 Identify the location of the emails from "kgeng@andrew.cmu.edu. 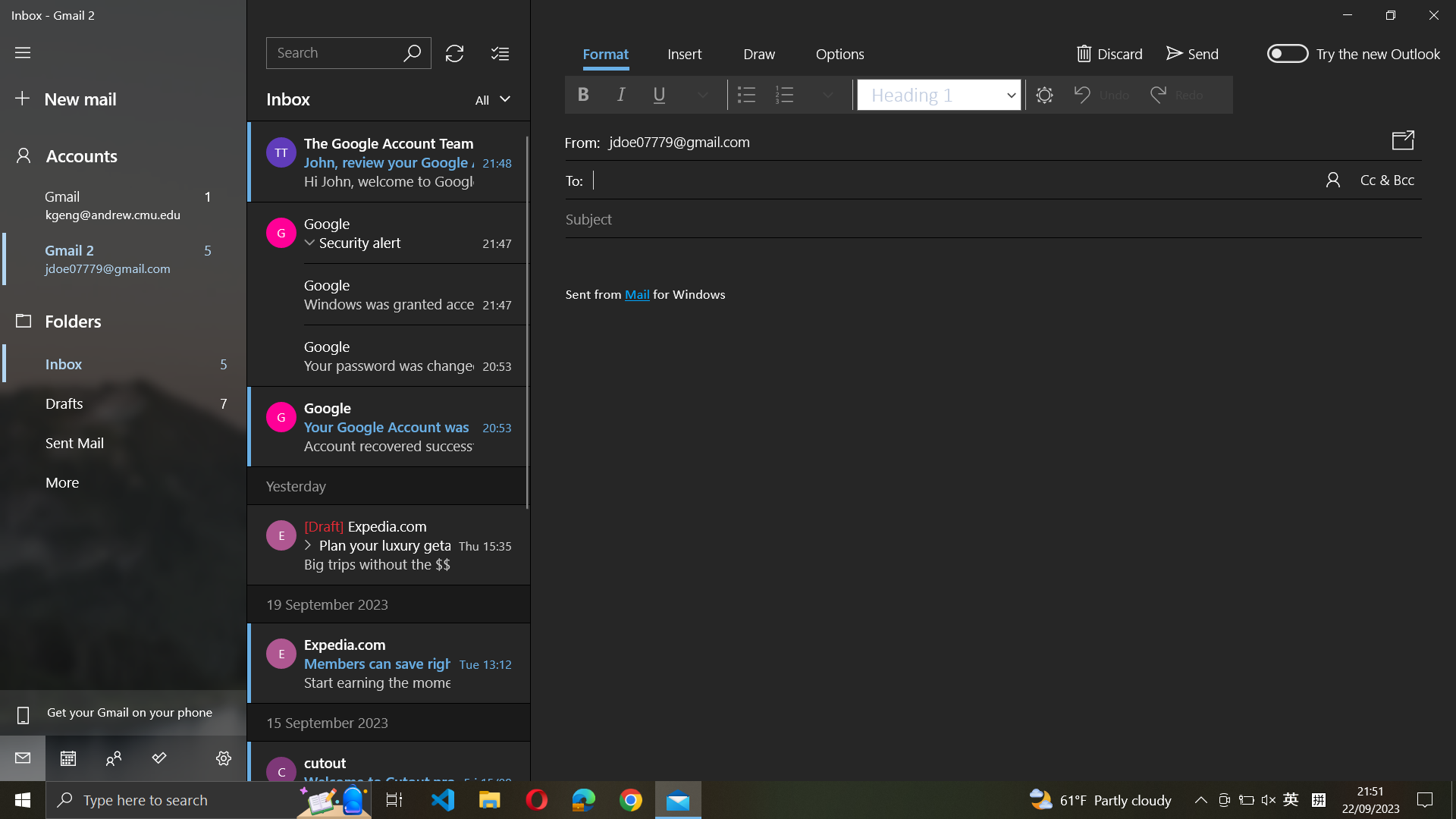
(490, 99).